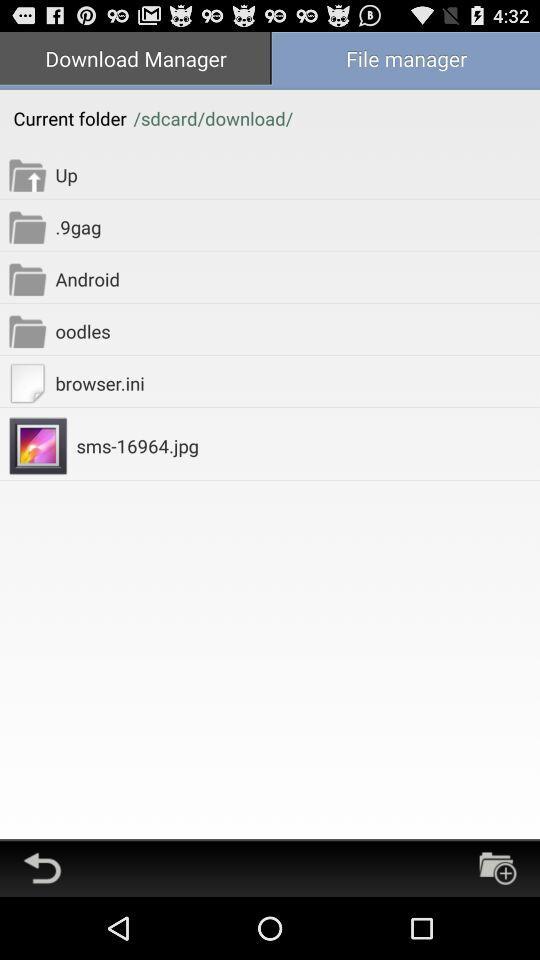 This screenshot has height=960, width=540. I want to click on the browser.ini app, so click(296, 382).